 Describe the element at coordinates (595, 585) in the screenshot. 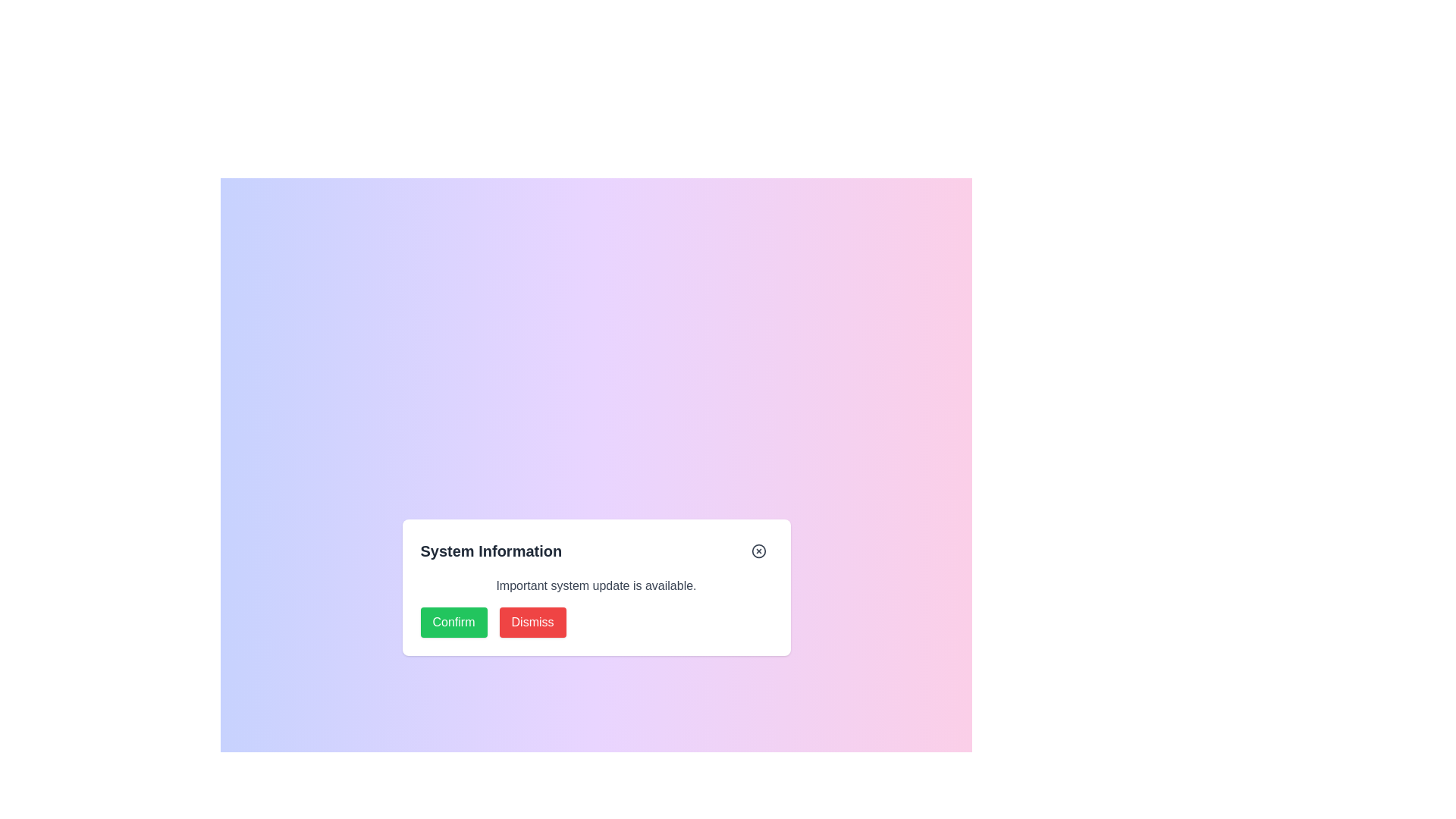

I see `the static informational label that provides a crucial message about system update availability, located at the topmost position of the notification interface, slightly below the header` at that location.